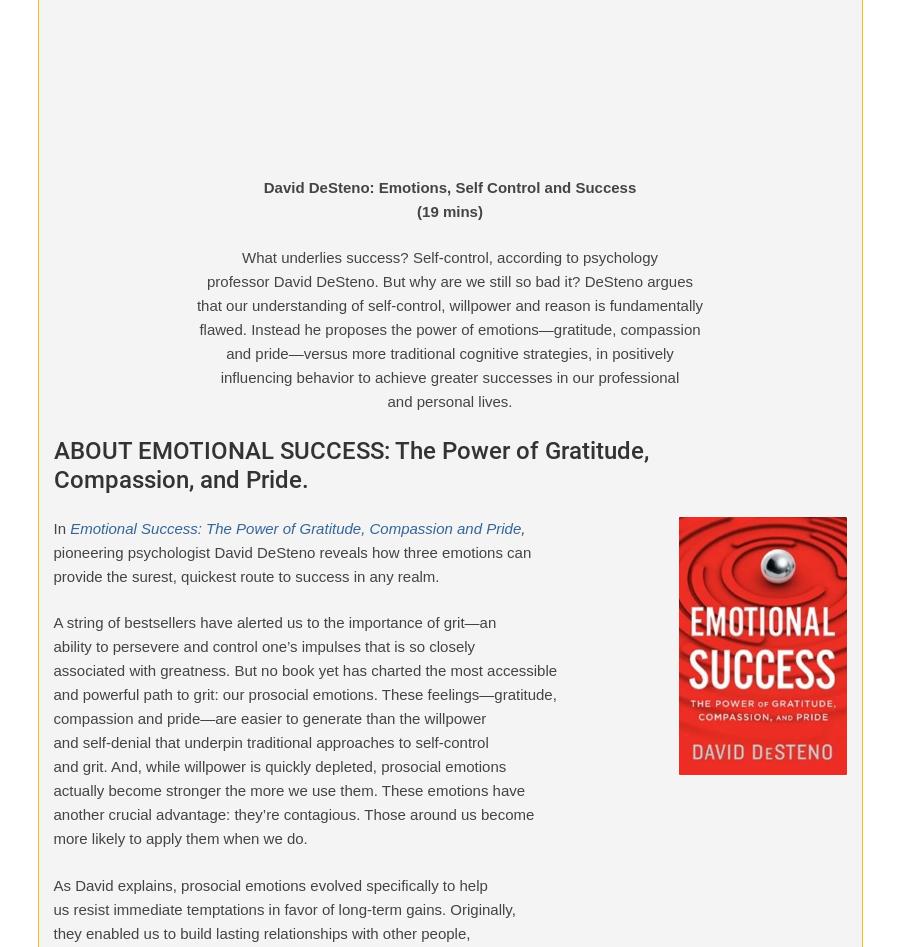 The height and width of the screenshot is (947, 900). Describe the element at coordinates (98, 49) in the screenshot. I see `'Emotional Intelligence for Success'` at that location.